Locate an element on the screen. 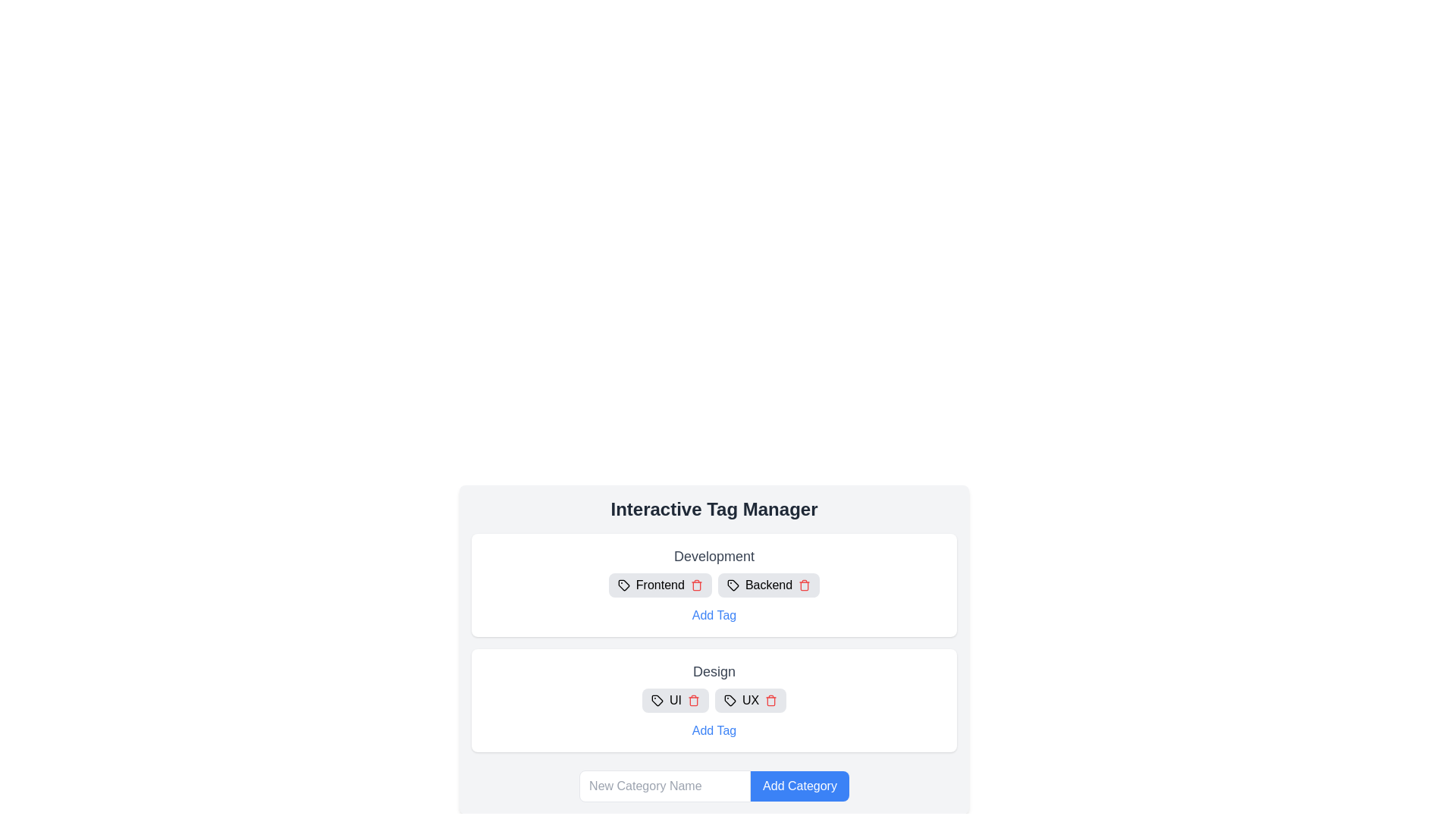  the text label displaying 'UIUX' which is framed with rounded edges and has a light gray background, positioned under the header 'Interactive Tag Manager' in the 'Design' section is located at coordinates (713, 701).